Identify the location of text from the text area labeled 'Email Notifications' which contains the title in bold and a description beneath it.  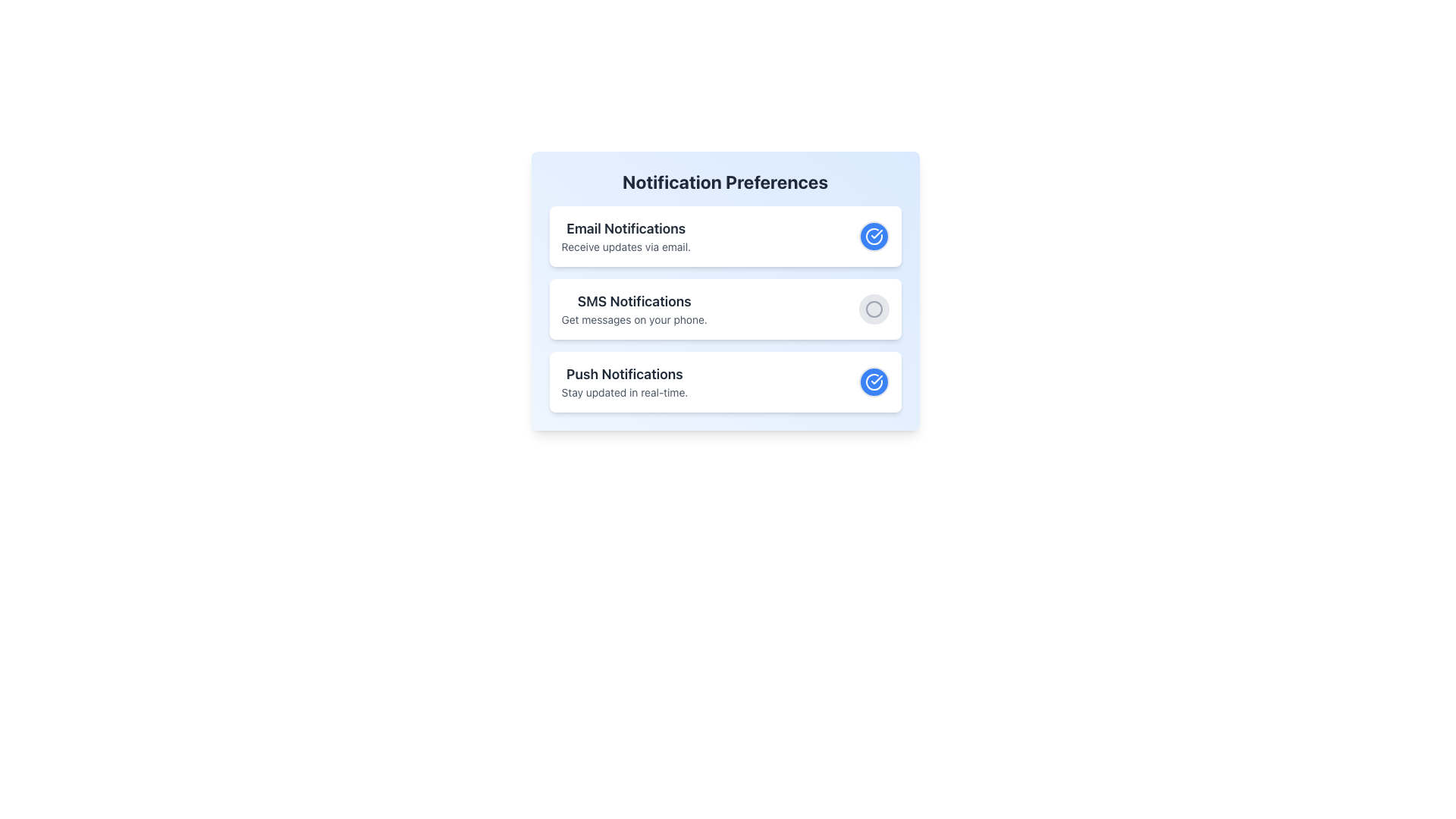
(626, 237).